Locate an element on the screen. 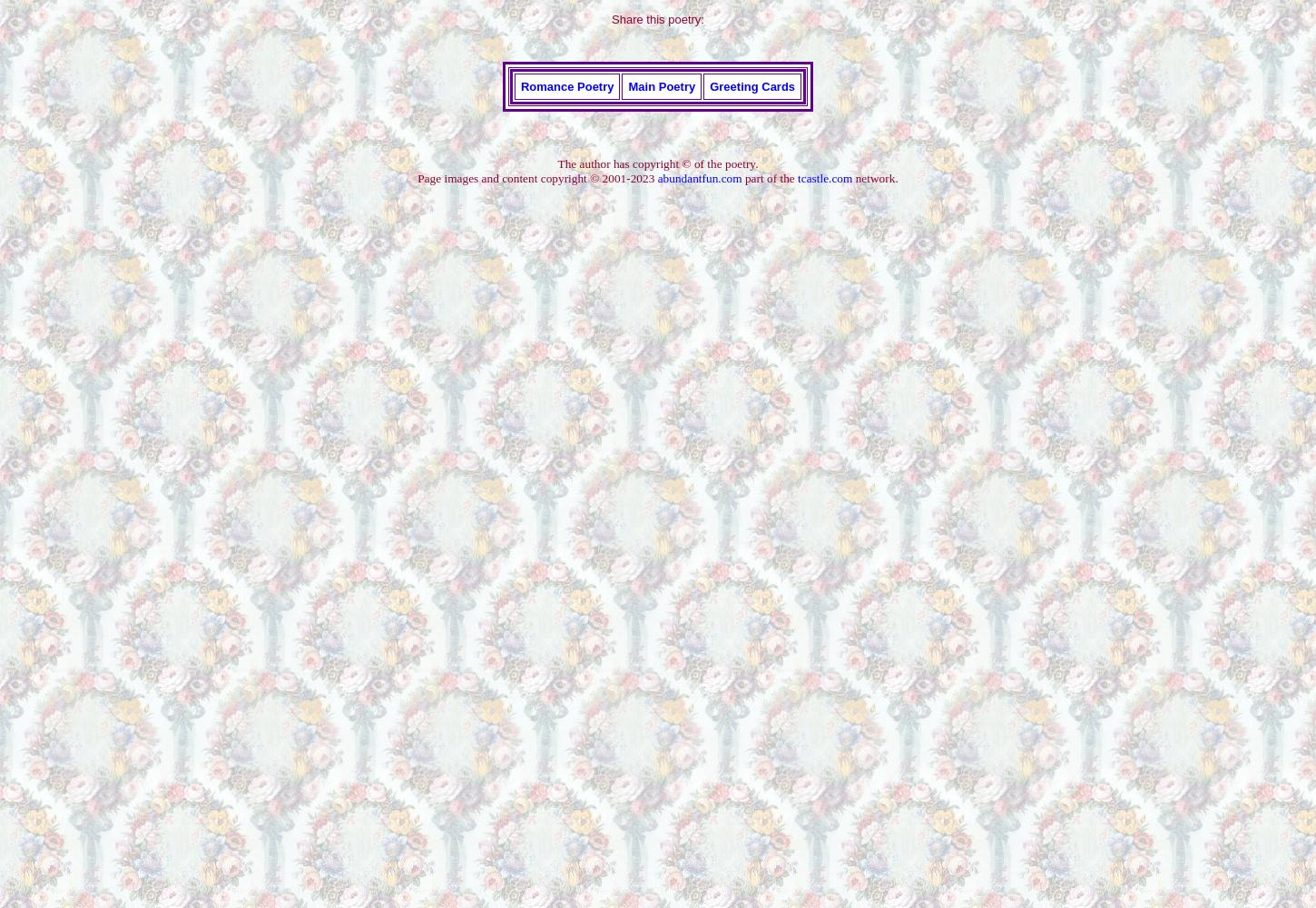 This screenshot has width=1316, height=908. 'Share this poetry:' is located at coordinates (656, 18).